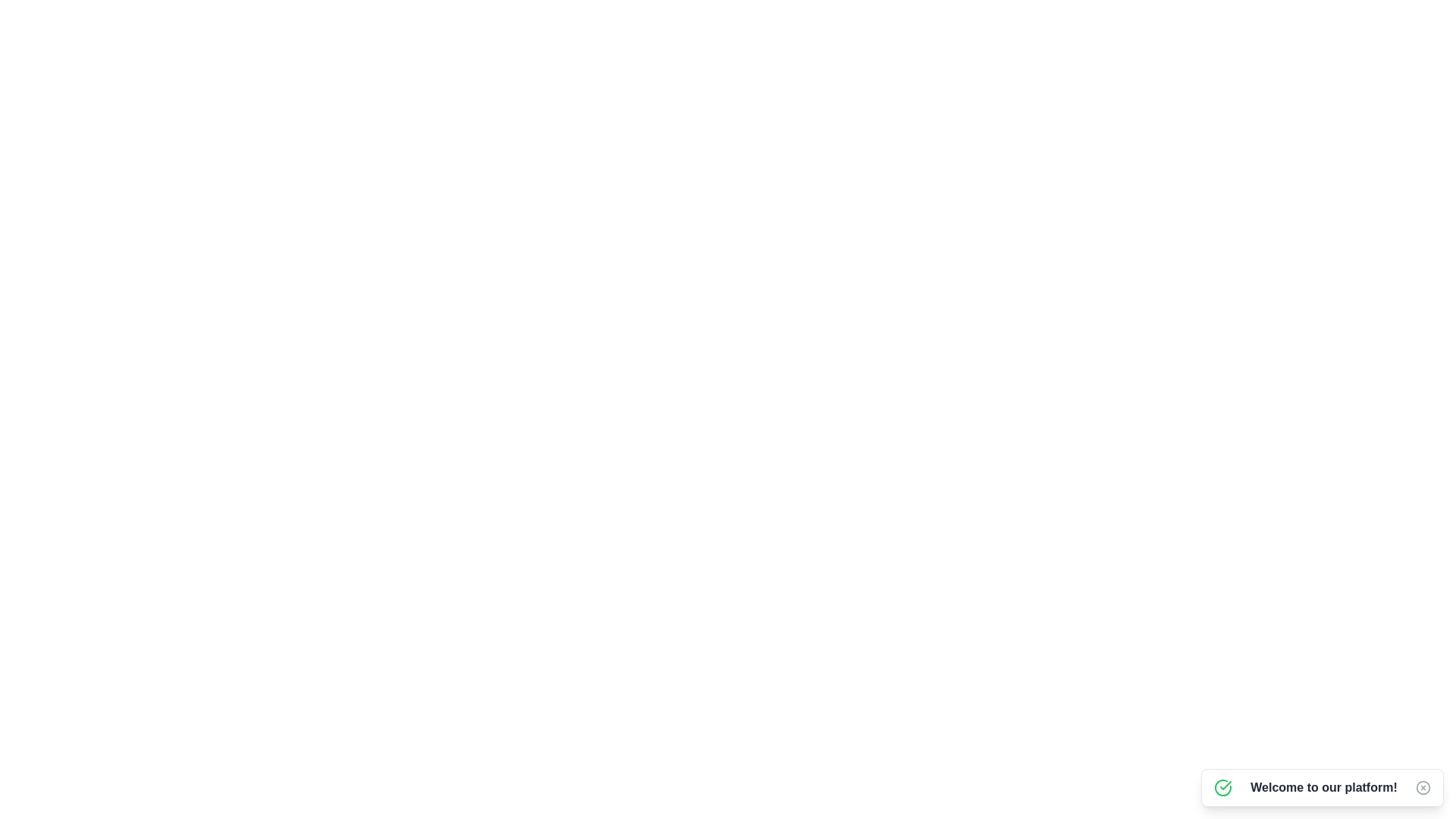 The image size is (1456, 819). What do you see at coordinates (1225, 785) in the screenshot?
I see `the checkmark icon indicating a successful operation within the notification box titled 'Welcome to our platform!'` at bounding box center [1225, 785].